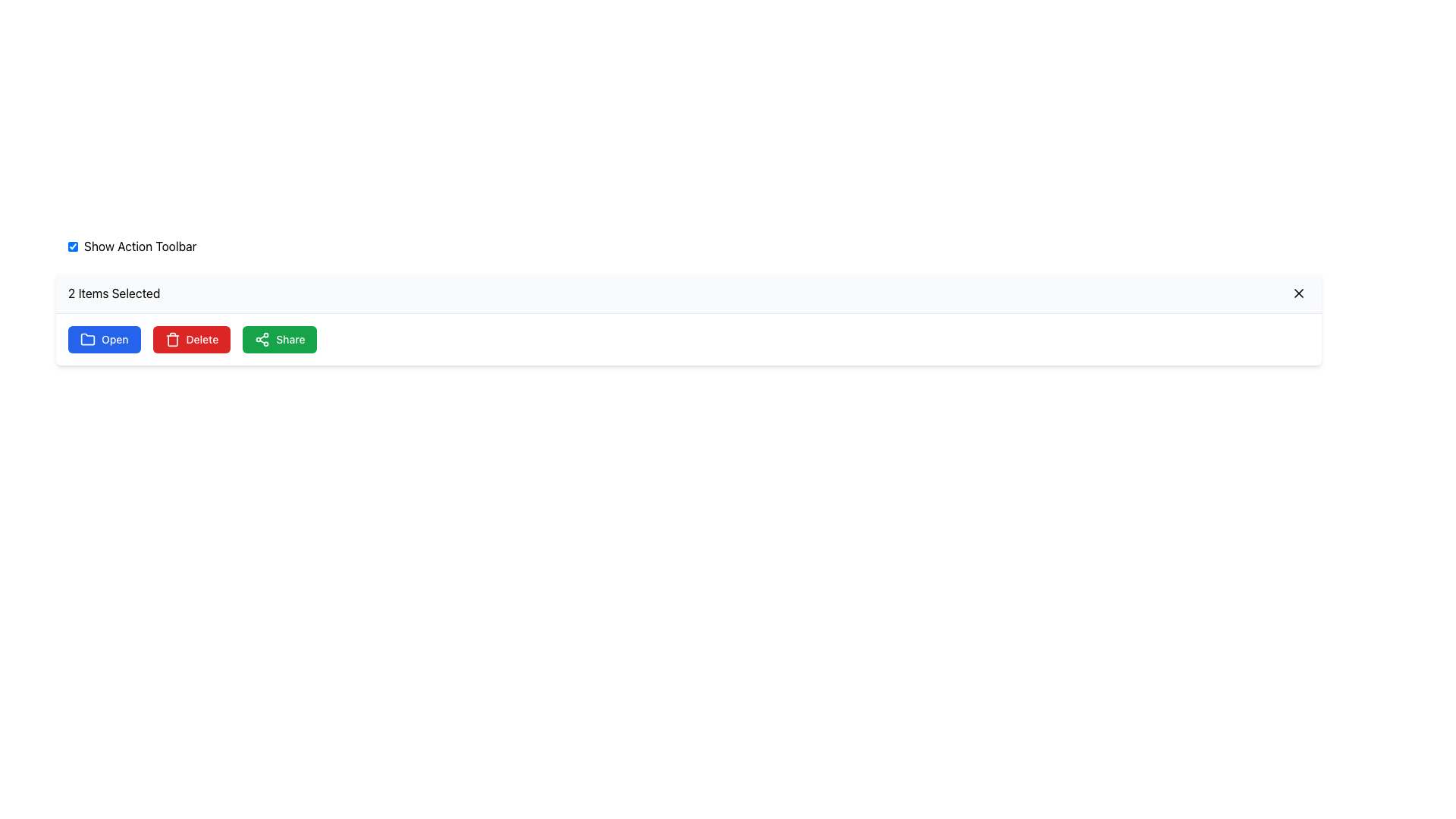  I want to click on the blue button labeled 'Open' with a white folder icon, so click(103, 338).